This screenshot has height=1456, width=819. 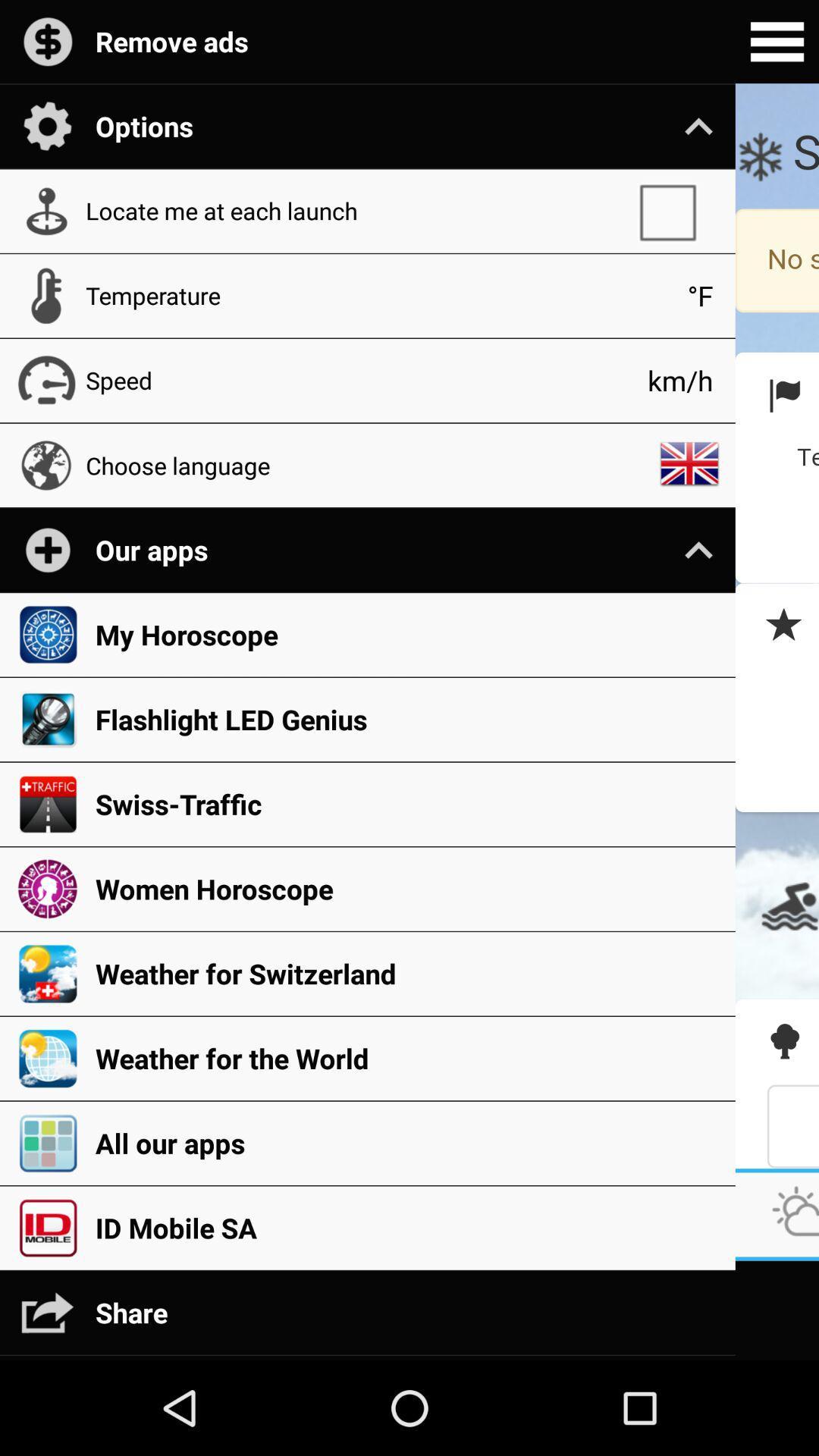 I want to click on icon above the swiss-traffic app, so click(x=406, y=718).